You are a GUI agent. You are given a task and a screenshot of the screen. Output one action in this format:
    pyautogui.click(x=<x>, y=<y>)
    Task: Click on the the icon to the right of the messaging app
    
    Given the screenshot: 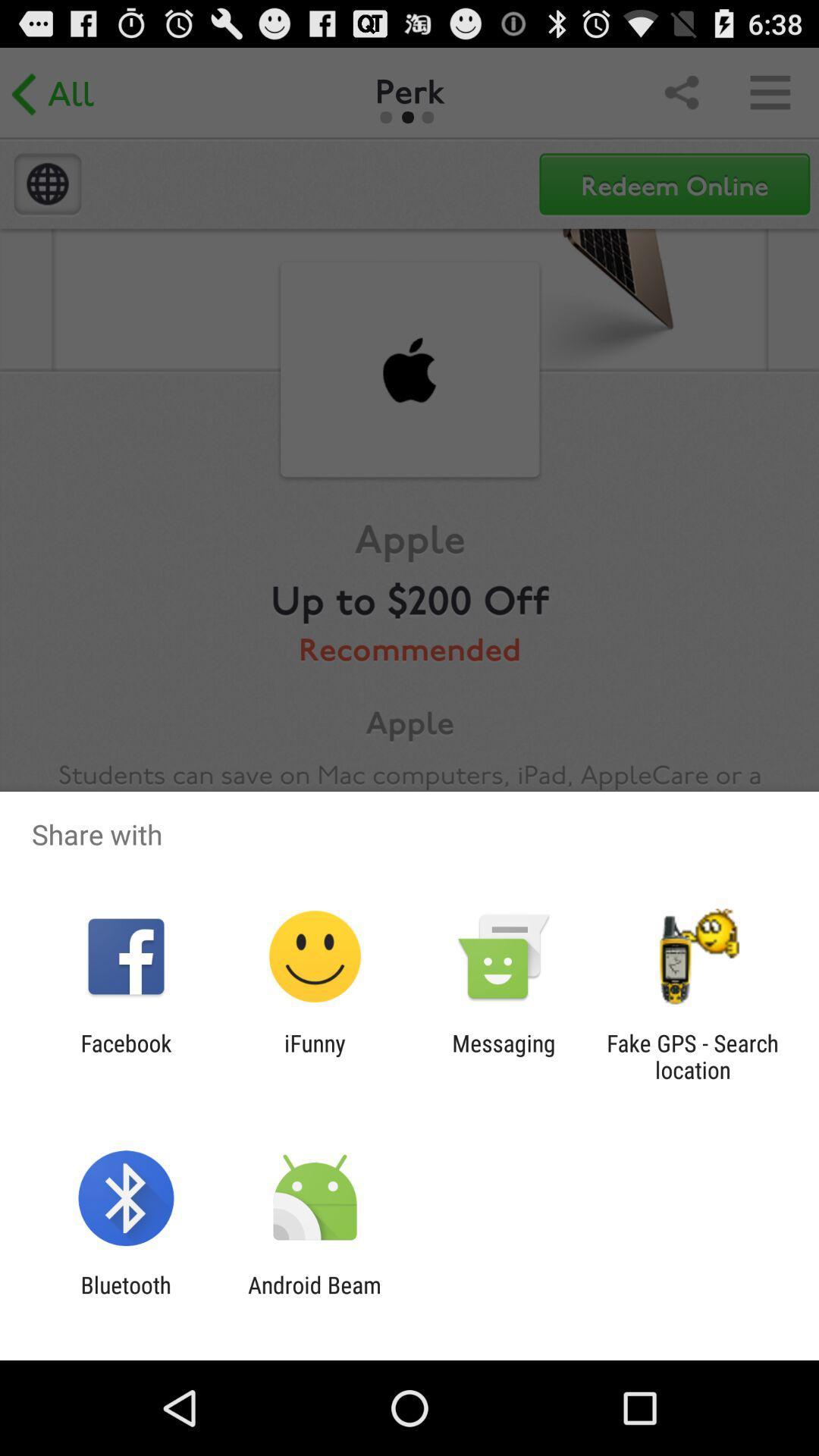 What is the action you would take?
    pyautogui.click(x=692, y=1056)
    